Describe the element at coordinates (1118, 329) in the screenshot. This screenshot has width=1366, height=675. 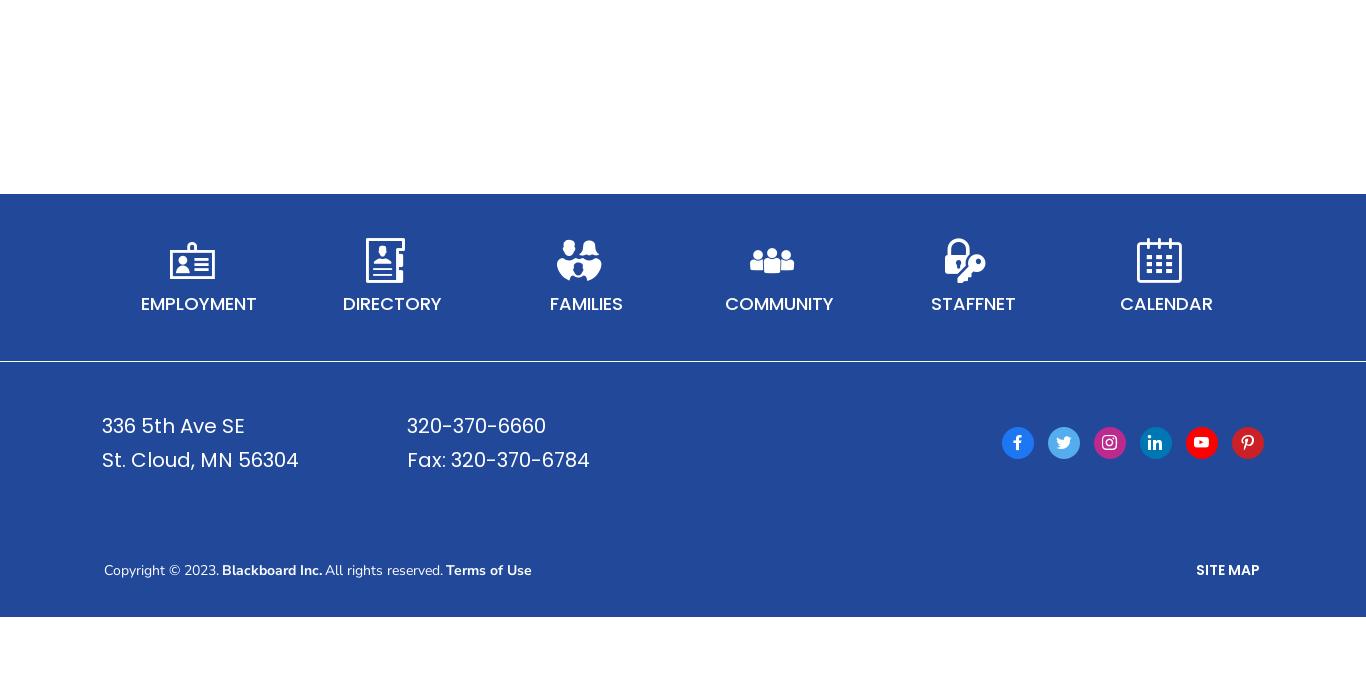
I see `'Calendar'` at that location.